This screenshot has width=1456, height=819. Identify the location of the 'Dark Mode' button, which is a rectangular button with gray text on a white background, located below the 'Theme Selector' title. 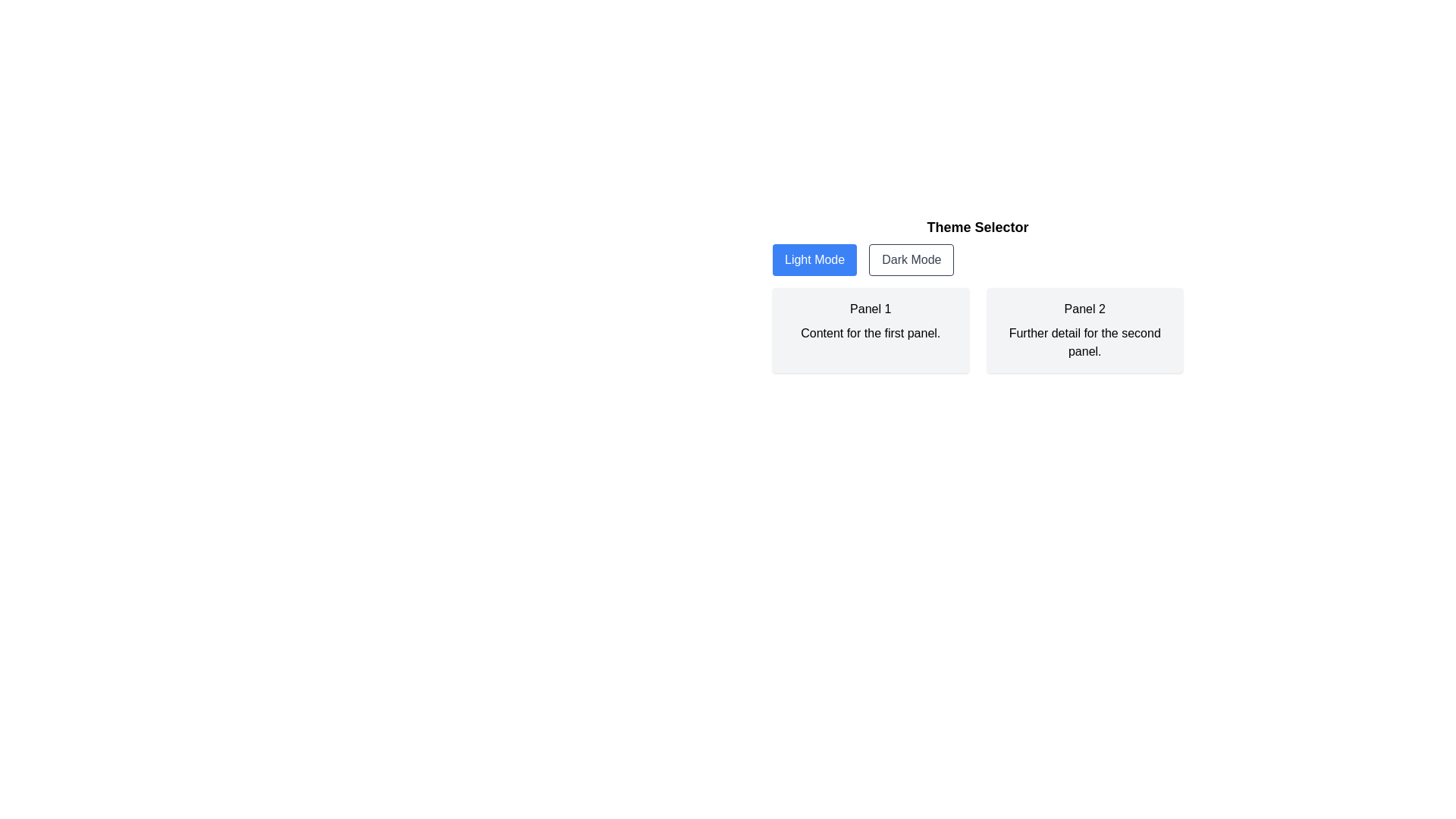
(911, 259).